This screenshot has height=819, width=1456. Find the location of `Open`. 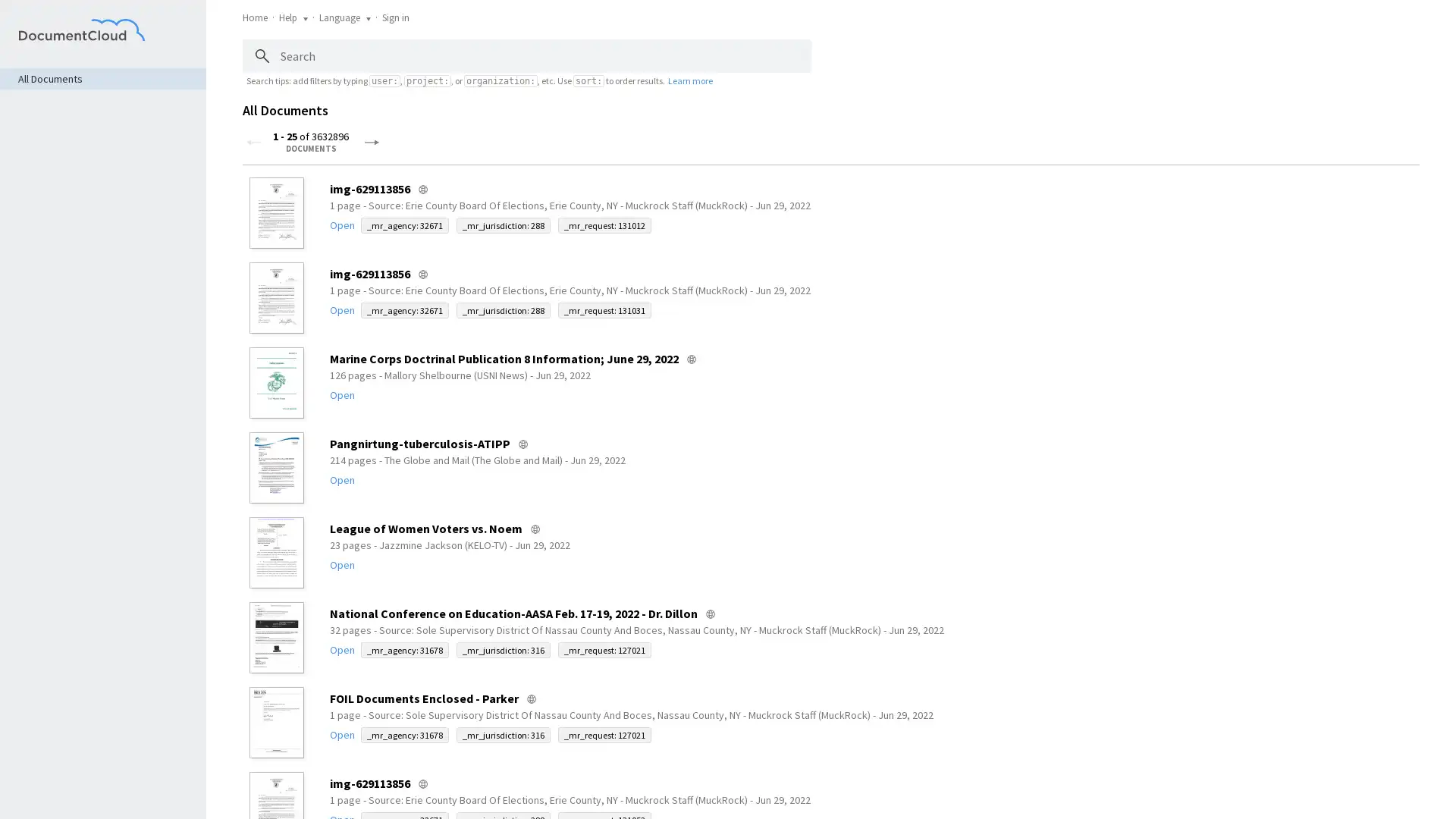

Open is located at coordinates (341, 394).